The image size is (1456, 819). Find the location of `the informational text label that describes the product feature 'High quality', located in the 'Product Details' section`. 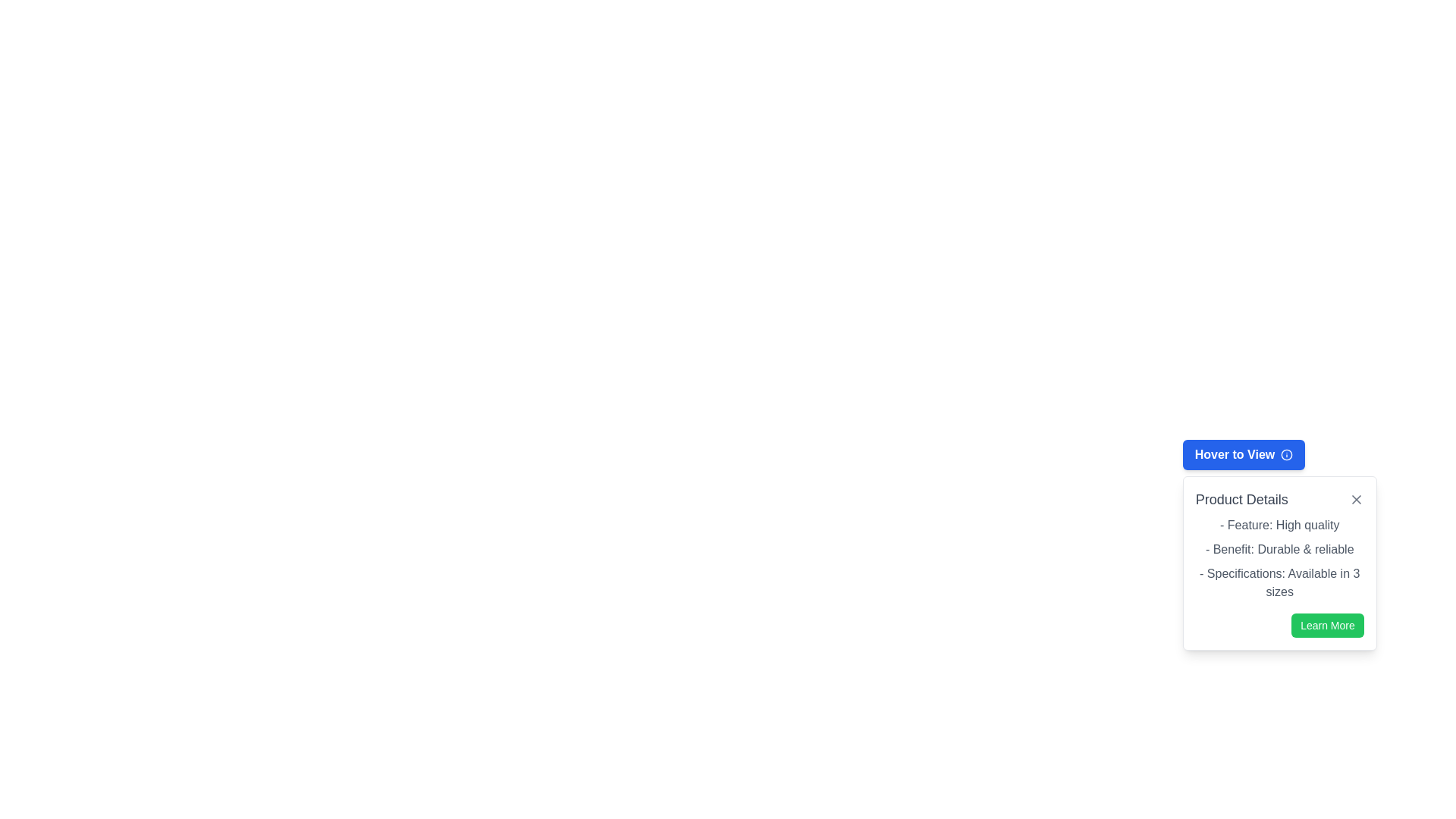

the informational text label that describes the product feature 'High quality', located in the 'Product Details' section is located at coordinates (1279, 525).